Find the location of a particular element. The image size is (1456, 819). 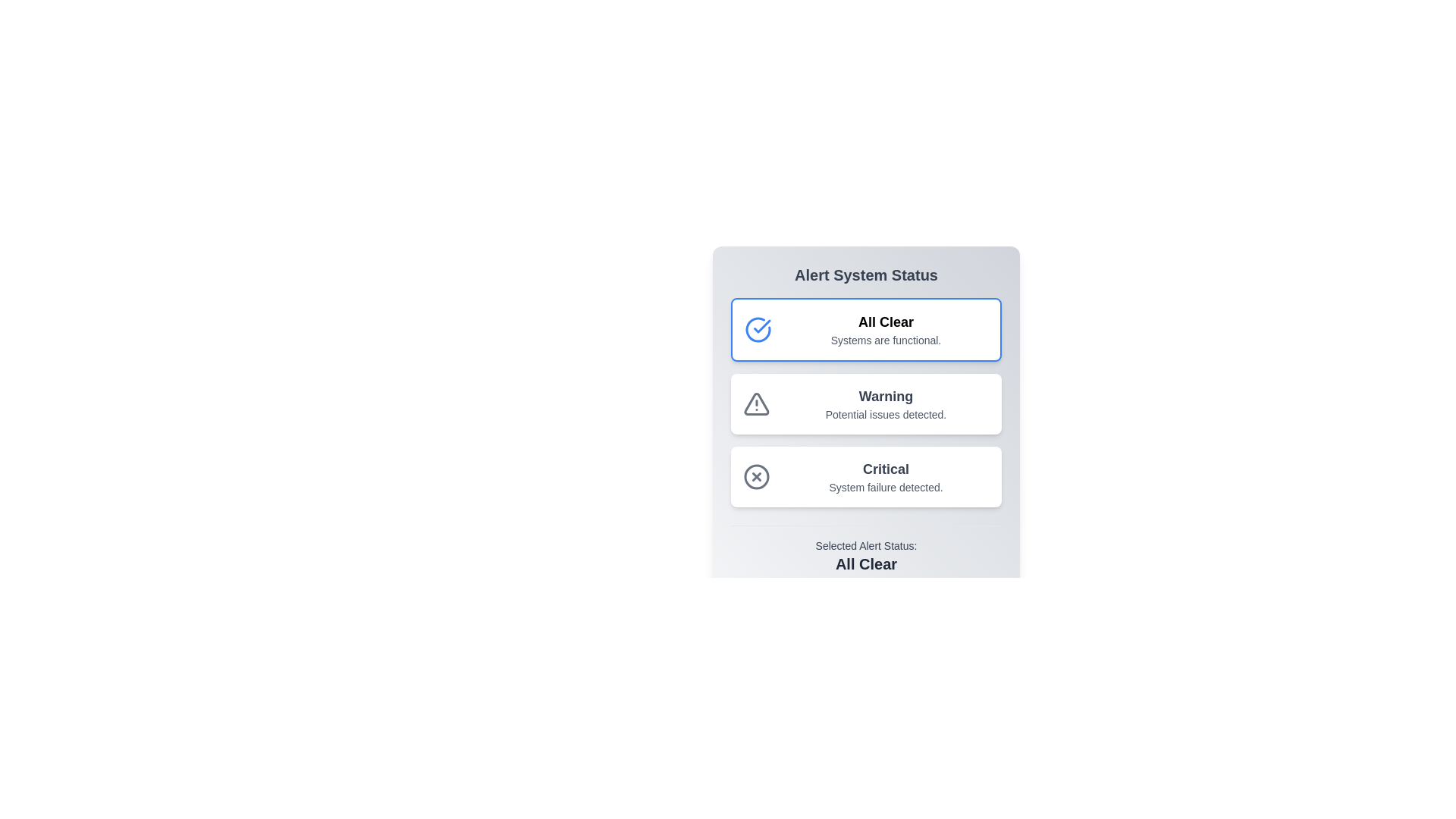

the 'Warning' text label at the top of the status card, which conveys the alert type to the user is located at coordinates (886, 396).